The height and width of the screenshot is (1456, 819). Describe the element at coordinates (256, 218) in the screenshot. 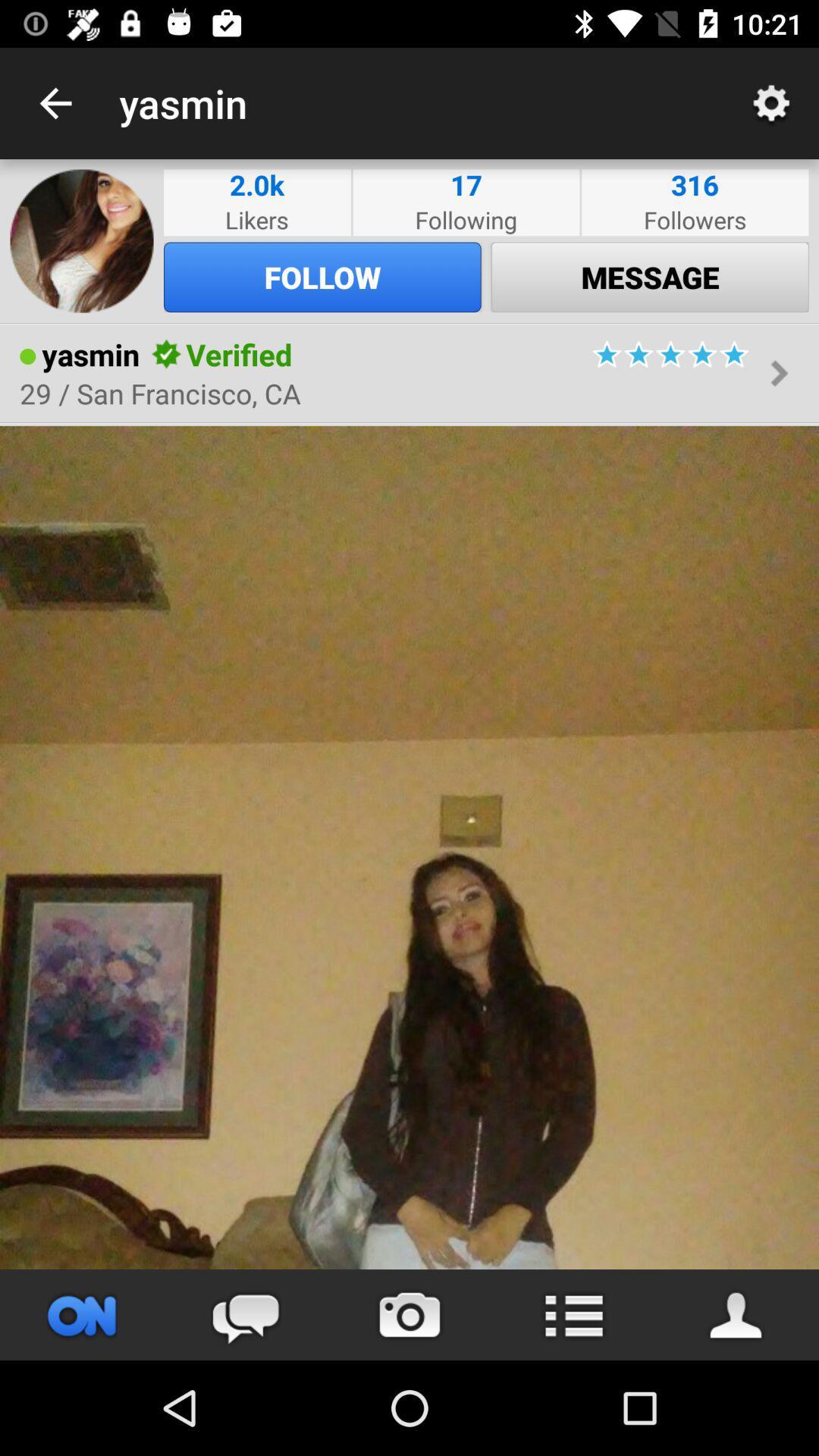

I see `likers item` at that location.